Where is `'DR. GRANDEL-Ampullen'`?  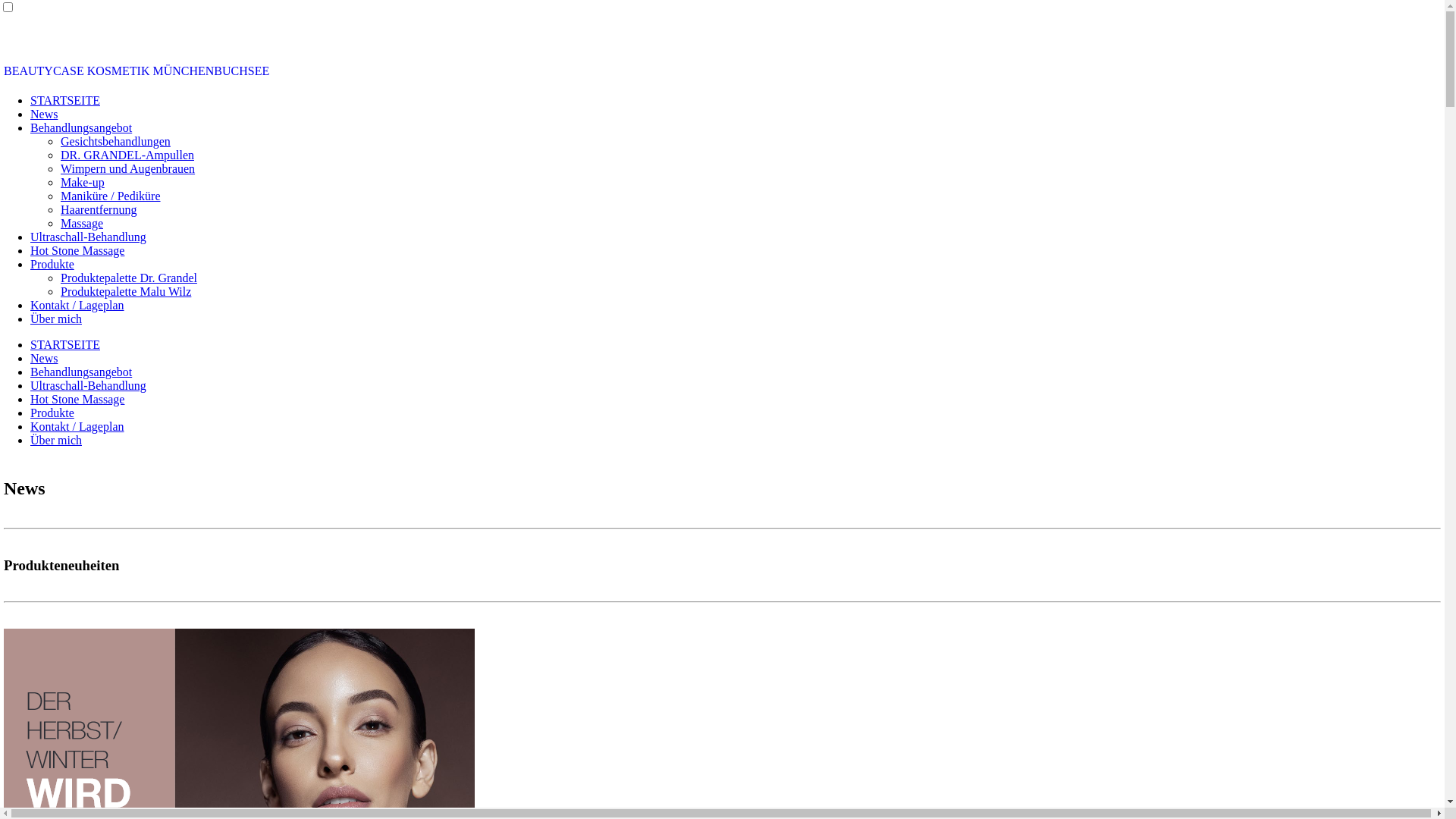
'DR. GRANDEL-Ampullen' is located at coordinates (127, 155).